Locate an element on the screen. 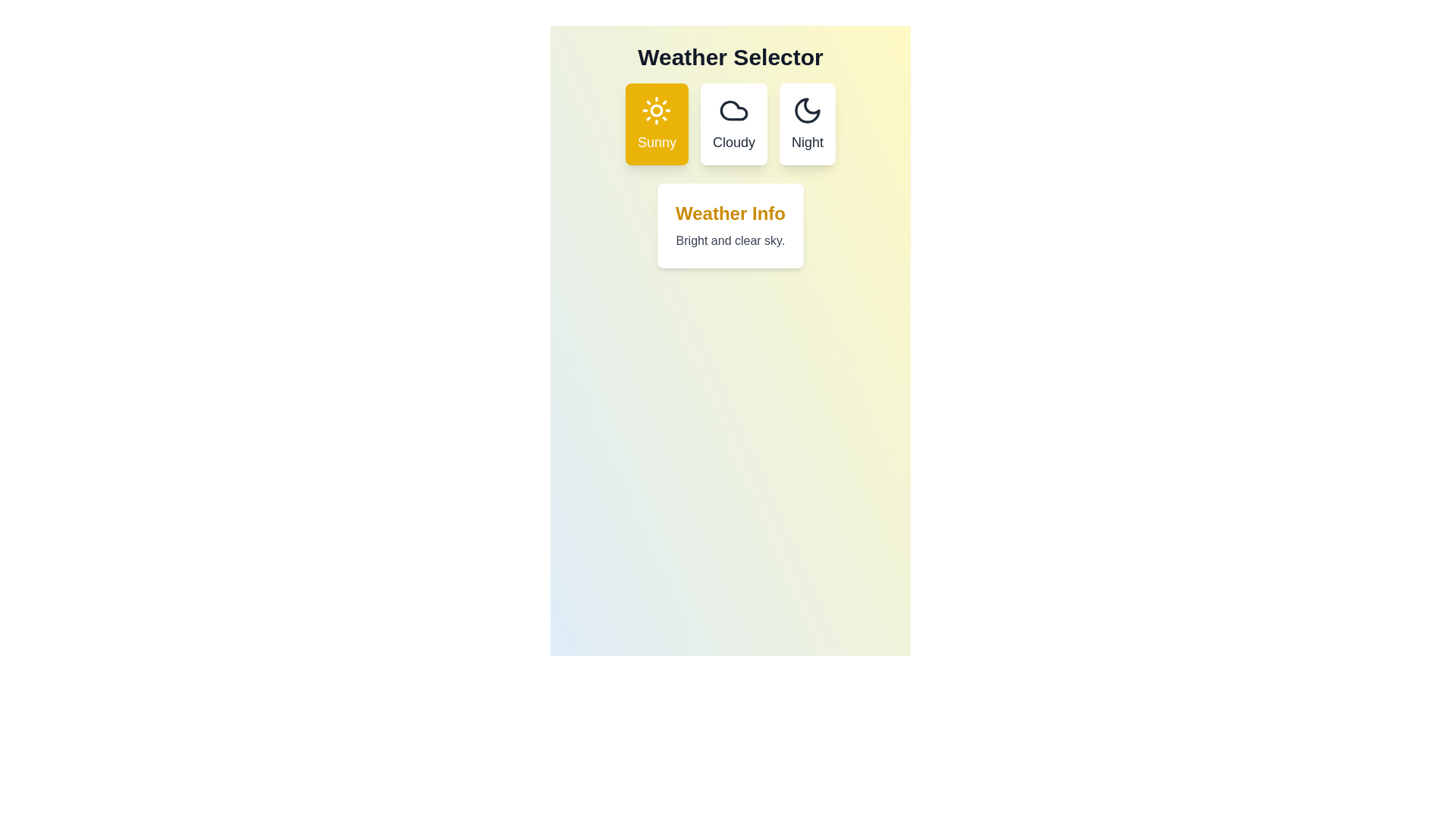  the weather button corresponding to Night to observe the animation effect is located at coordinates (807, 124).